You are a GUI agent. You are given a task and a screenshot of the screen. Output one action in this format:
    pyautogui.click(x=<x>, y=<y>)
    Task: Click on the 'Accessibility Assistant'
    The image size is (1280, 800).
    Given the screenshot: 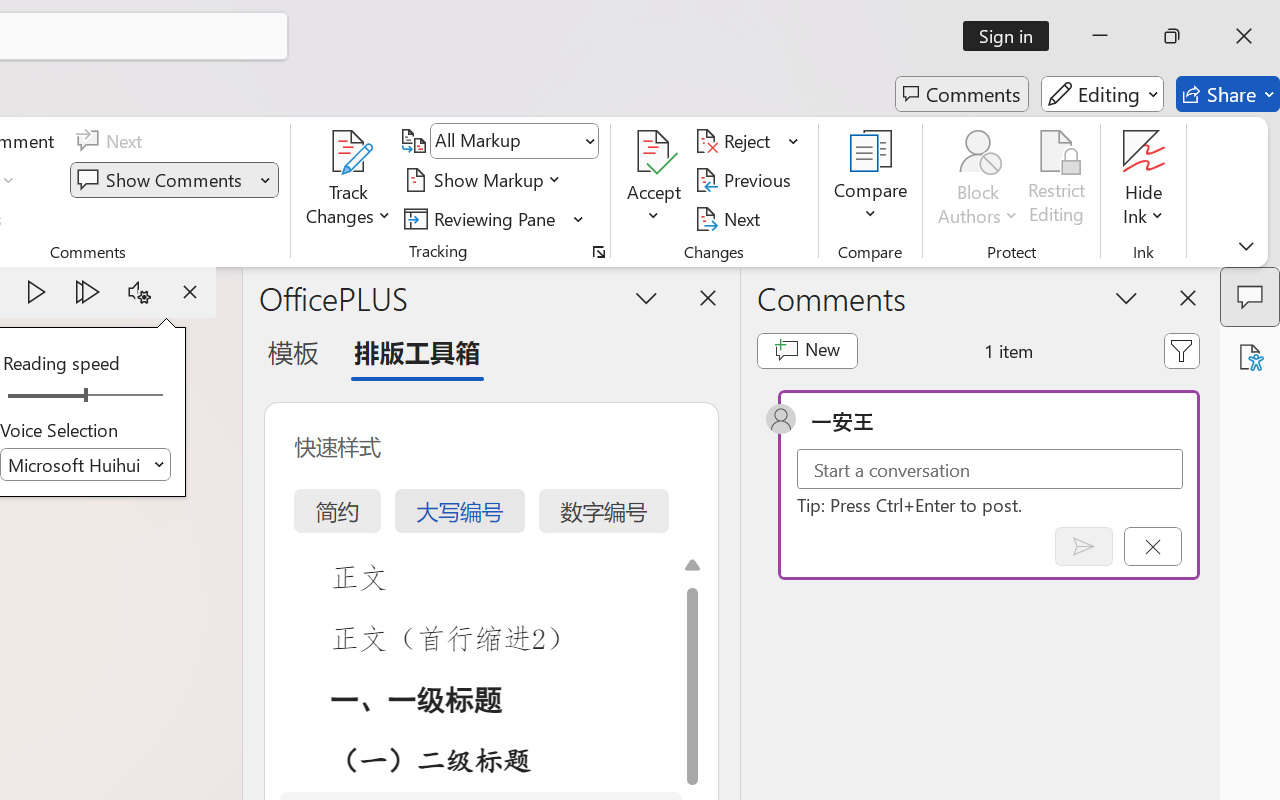 What is the action you would take?
    pyautogui.click(x=1248, y=357)
    